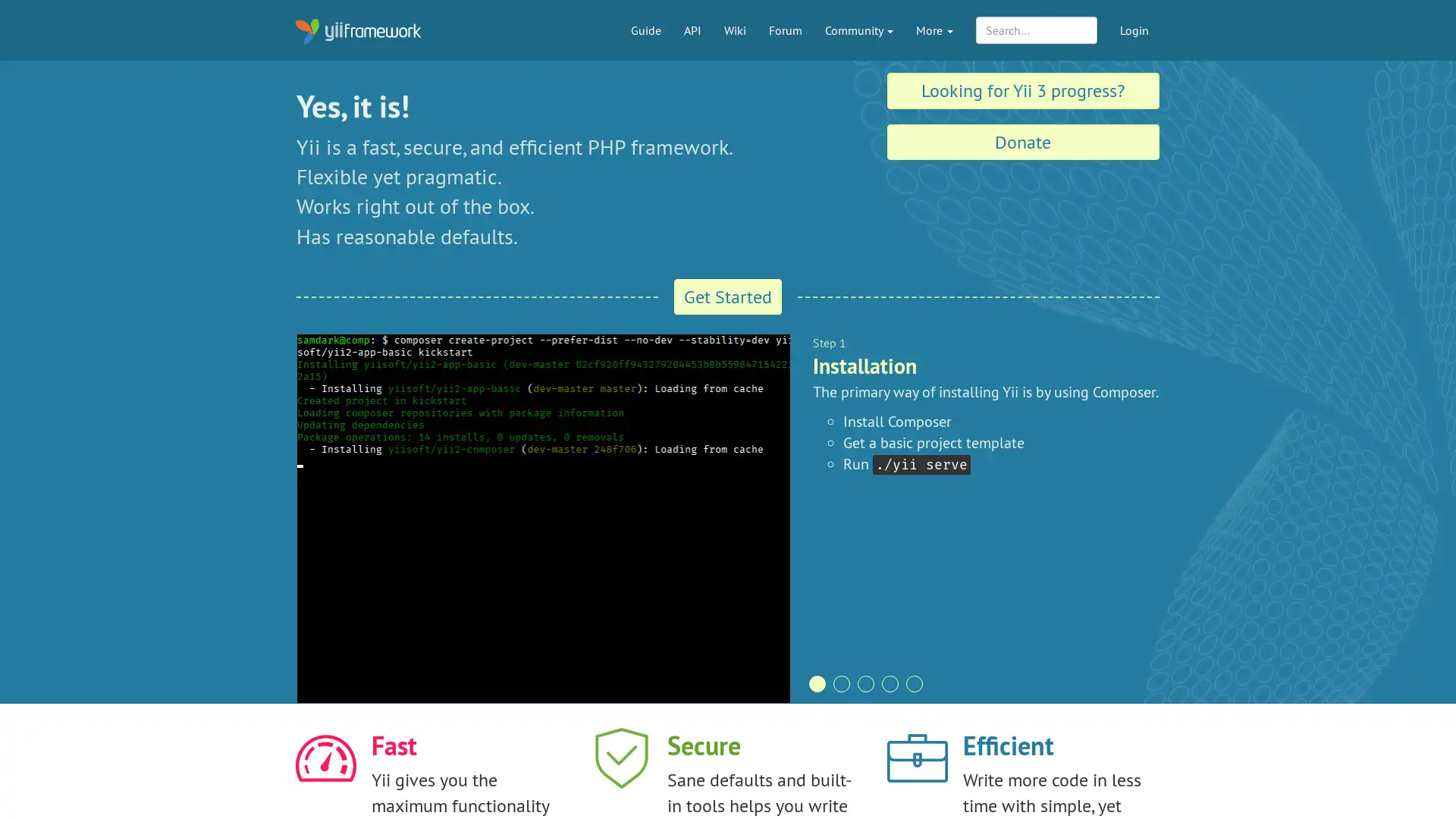 This screenshot has width=1456, height=819. I want to click on pagination, so click(817, 684).